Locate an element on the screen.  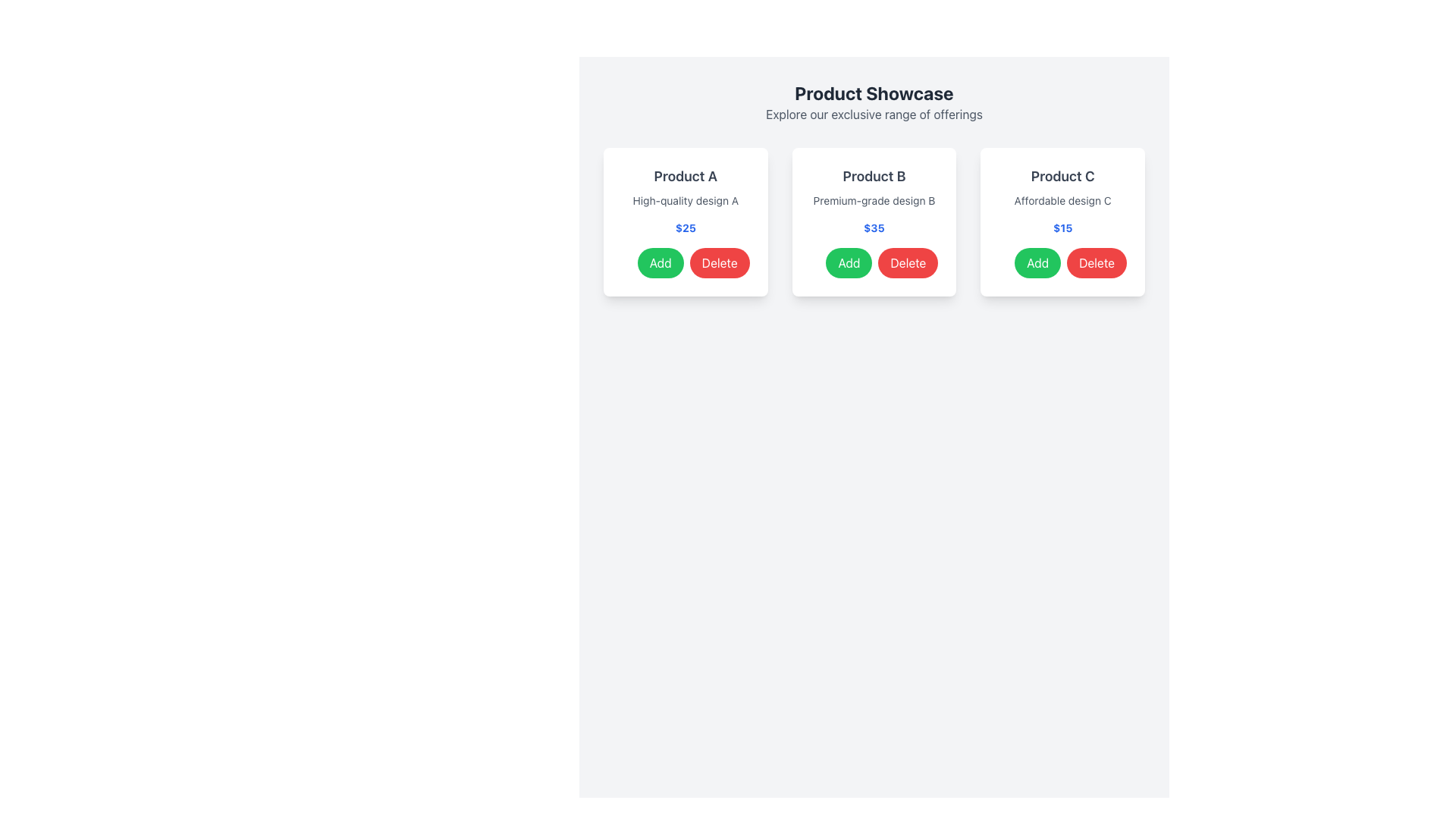
the red 'Delete' button with white text, which is located to the right of the green 'Add' button within the 'Product A' card is located at coordinates (719, 262).